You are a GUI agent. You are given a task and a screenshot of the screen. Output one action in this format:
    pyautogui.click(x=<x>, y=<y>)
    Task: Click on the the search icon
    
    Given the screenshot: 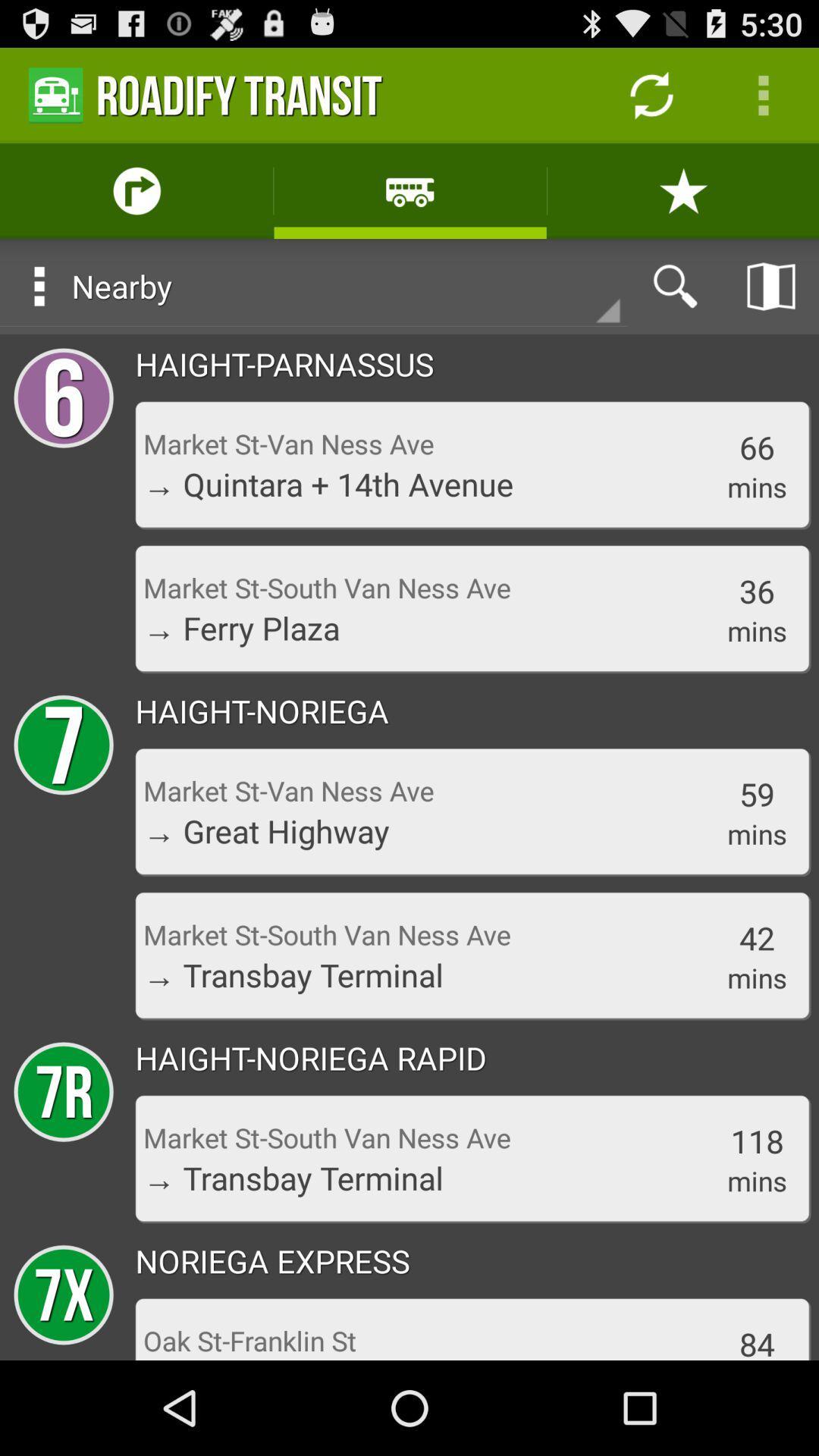 What is the action you would take?
    pyautogui.click(x=675, y=306)
    